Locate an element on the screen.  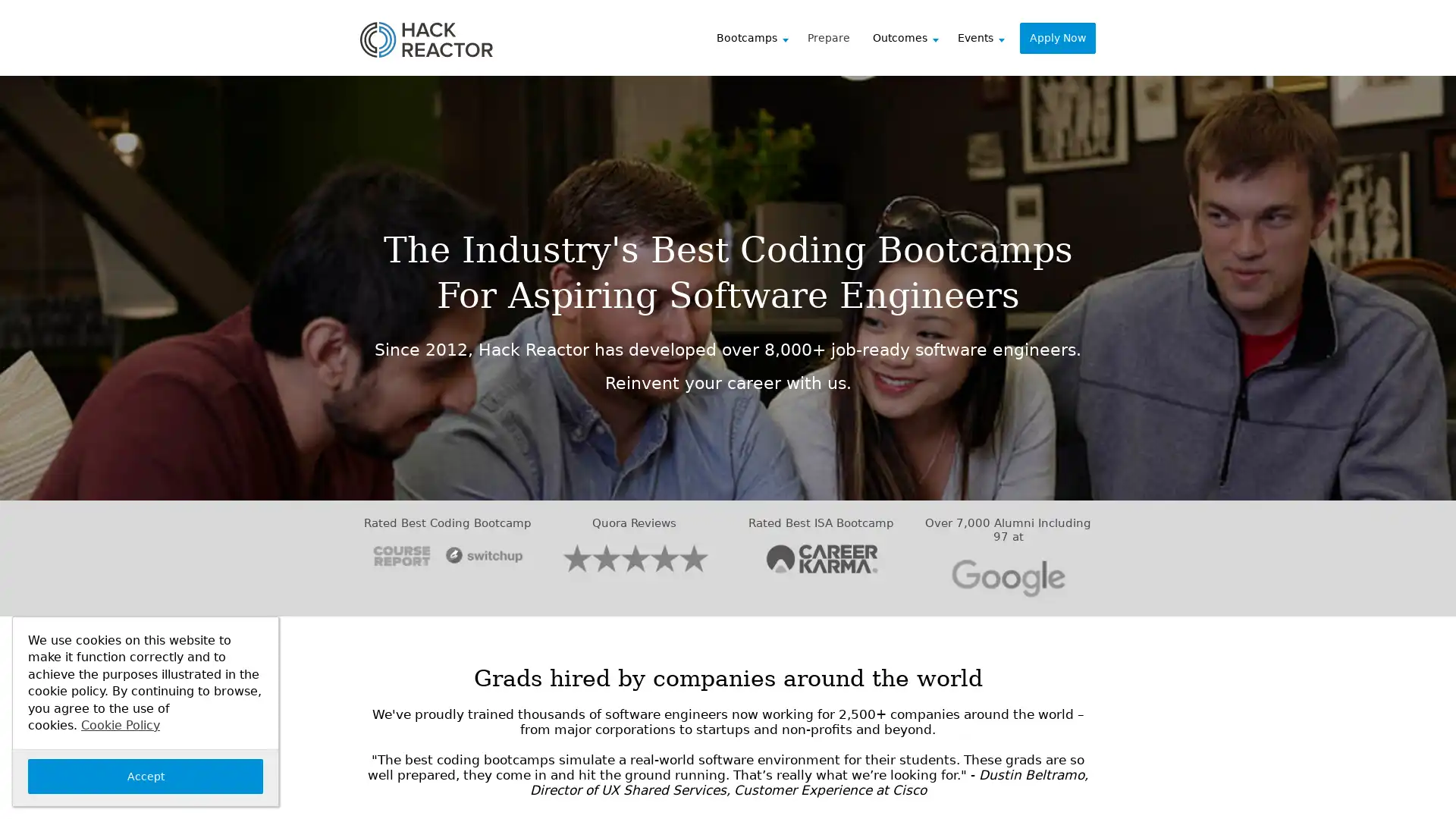
Outcomes is located at coordinates (910, 37).